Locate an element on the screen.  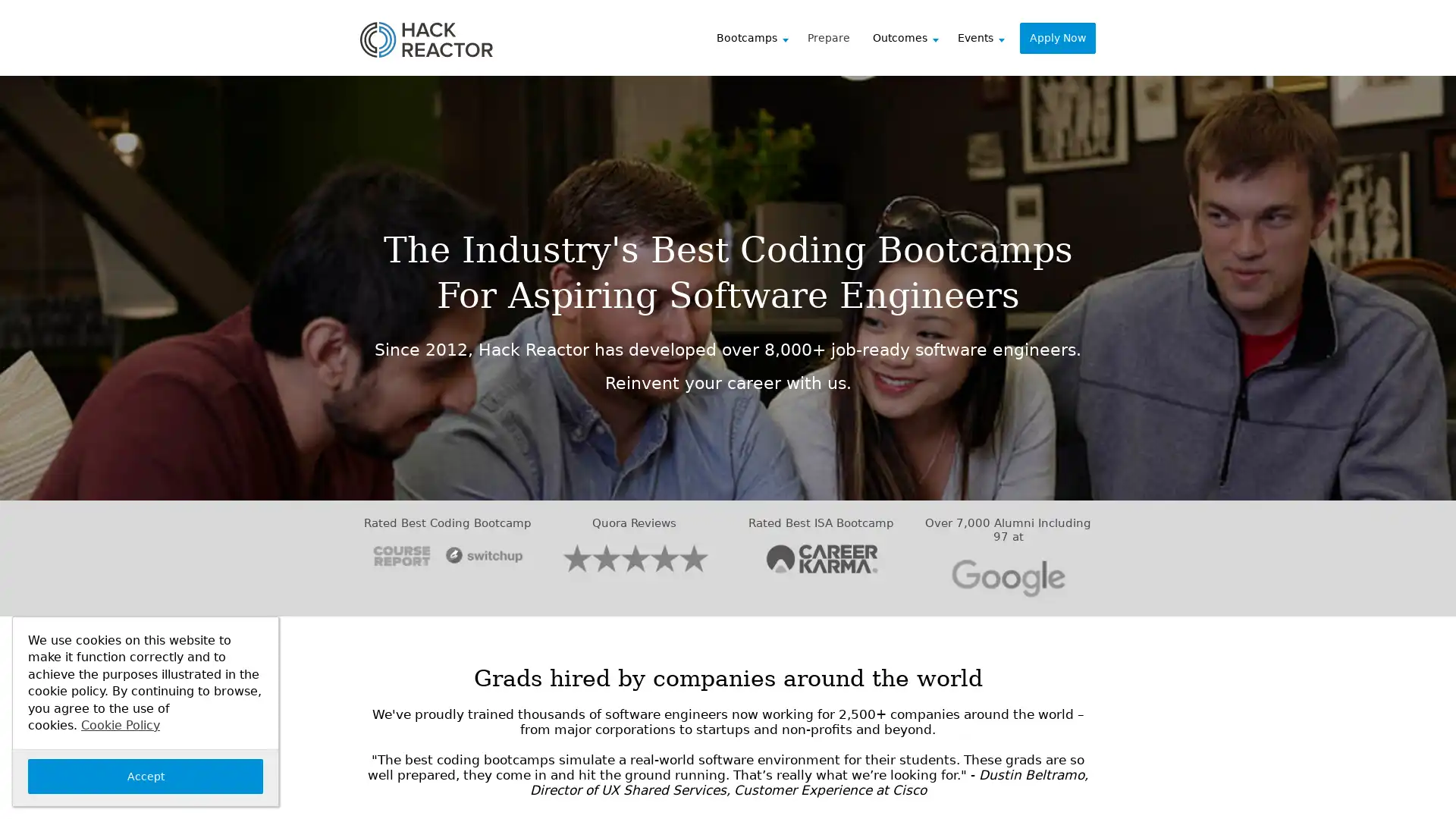
Outcomes is located at coordinates (910, 37).